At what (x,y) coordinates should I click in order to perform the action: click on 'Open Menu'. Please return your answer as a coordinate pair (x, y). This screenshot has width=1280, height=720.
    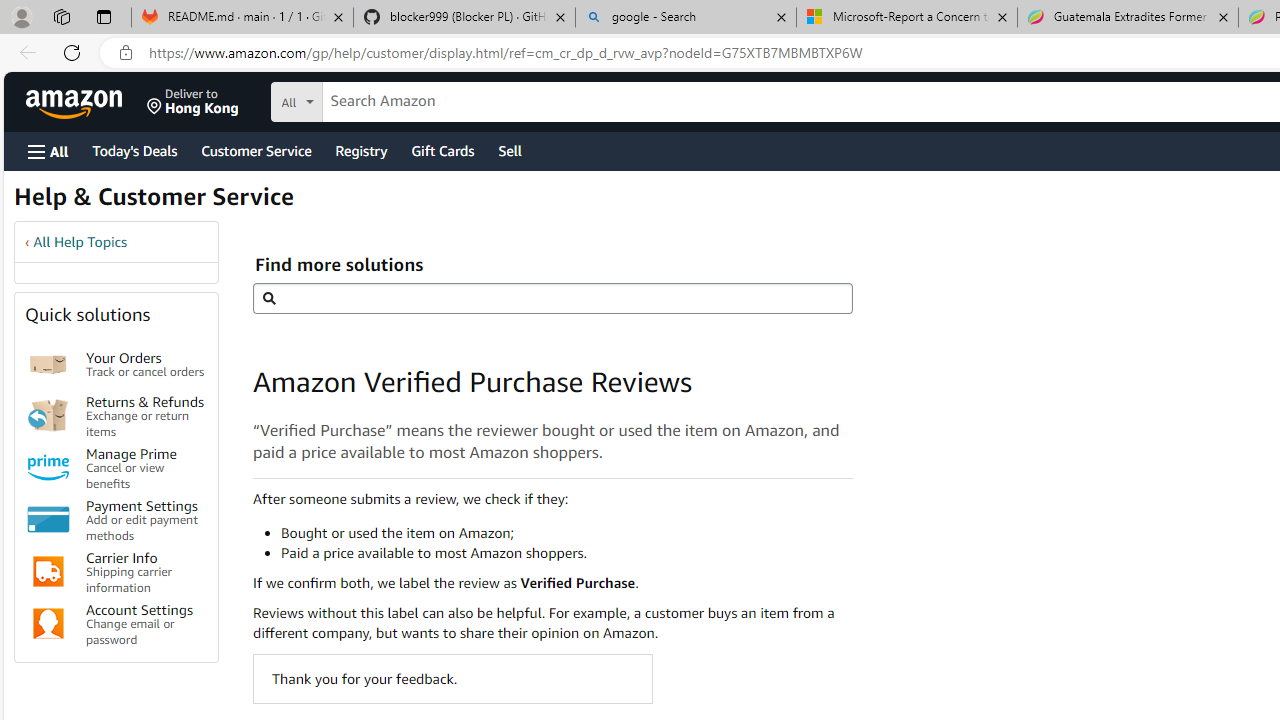
    Looking at the image, I should click on (48, 150).